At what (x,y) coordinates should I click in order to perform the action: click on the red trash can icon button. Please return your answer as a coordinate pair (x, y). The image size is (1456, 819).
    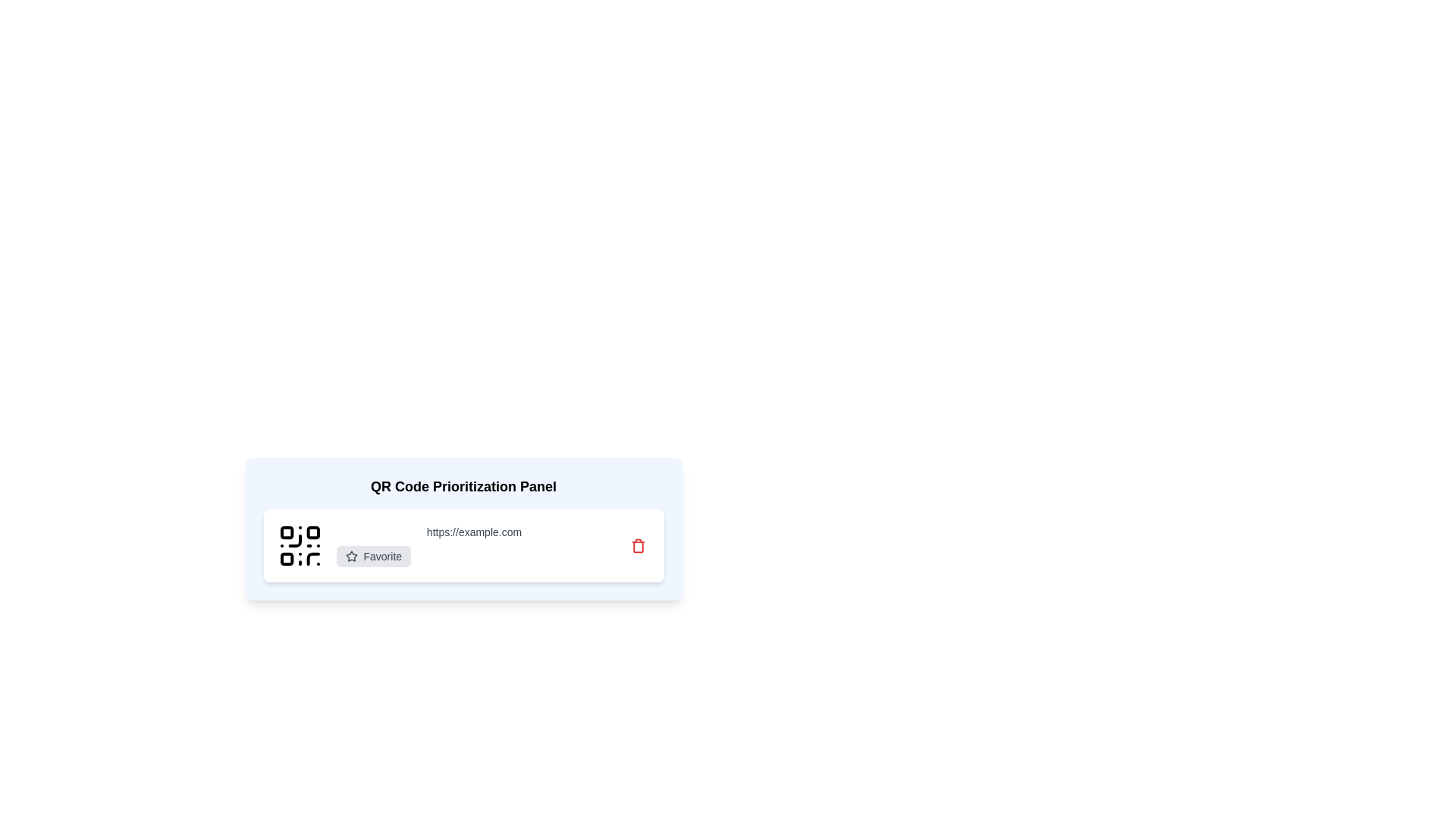
    Looking at the image, I should click on (638, 546).